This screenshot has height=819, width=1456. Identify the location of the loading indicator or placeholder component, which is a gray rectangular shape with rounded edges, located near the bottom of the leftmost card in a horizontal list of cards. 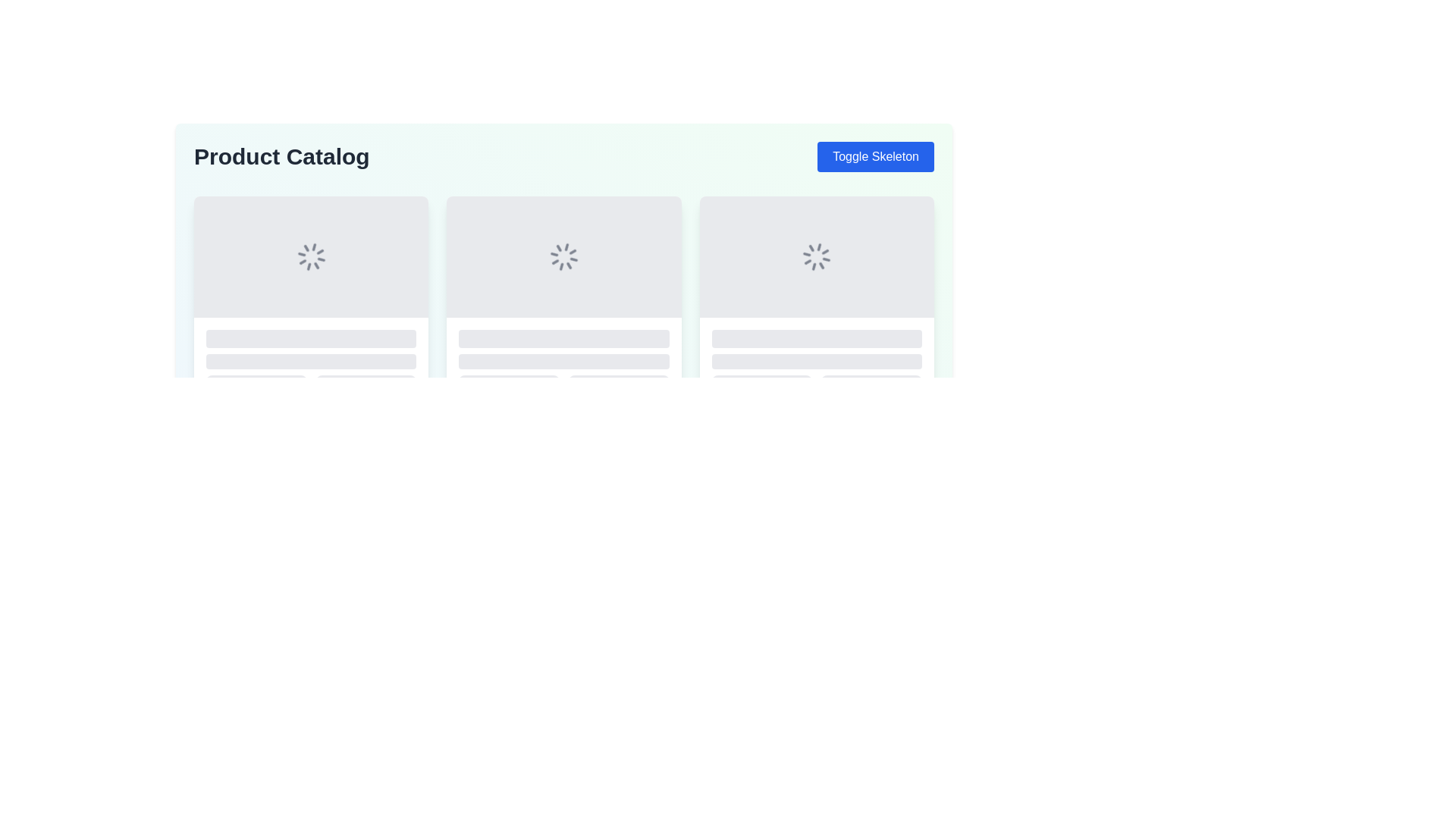
(256, 380).